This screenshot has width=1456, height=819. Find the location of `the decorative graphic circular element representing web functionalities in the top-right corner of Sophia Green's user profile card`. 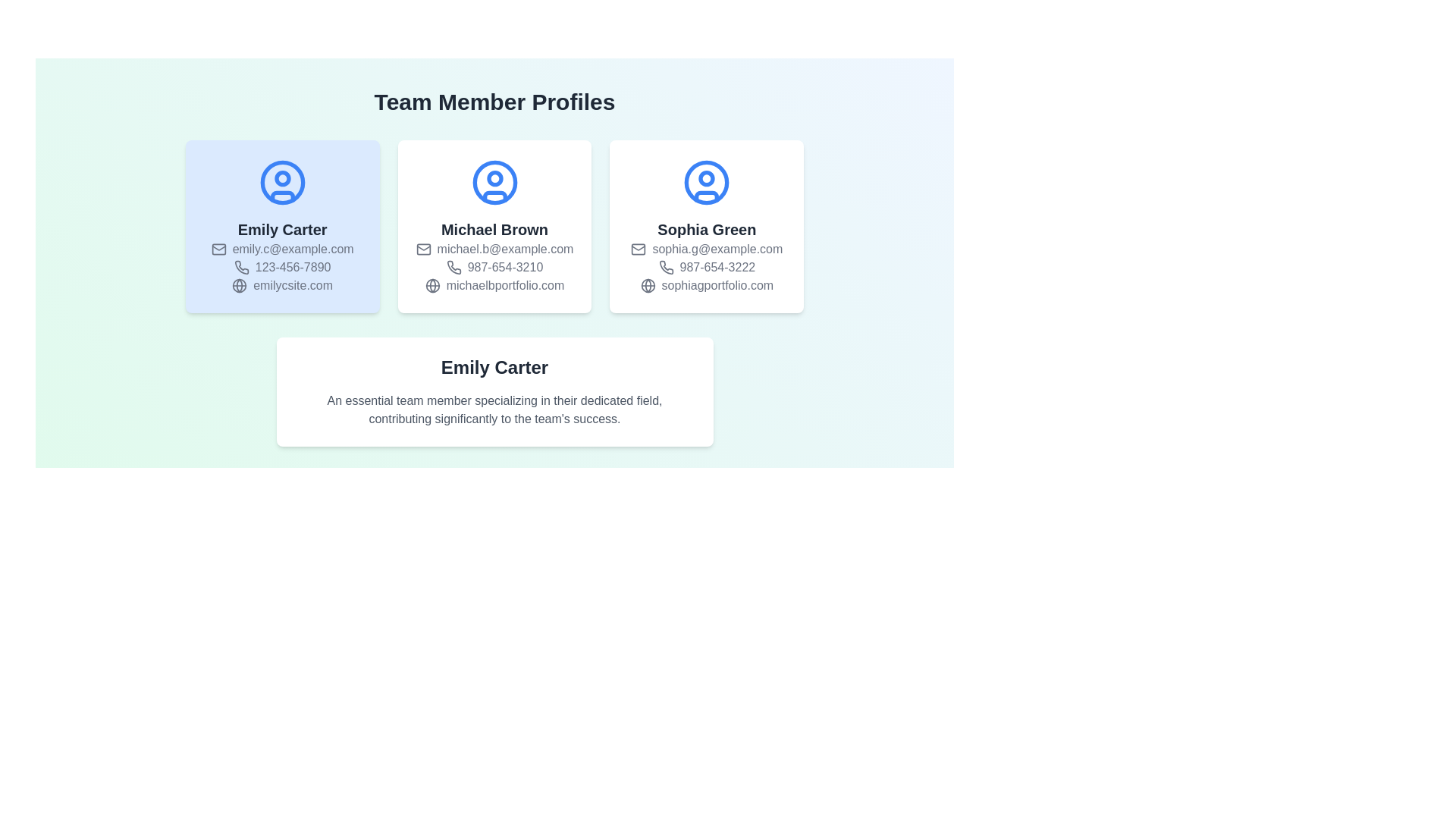

the decorative graphic circular element representing web functionalities in the top-right corner of Sophia Green's user profile card is located at coordinates (648, 286).